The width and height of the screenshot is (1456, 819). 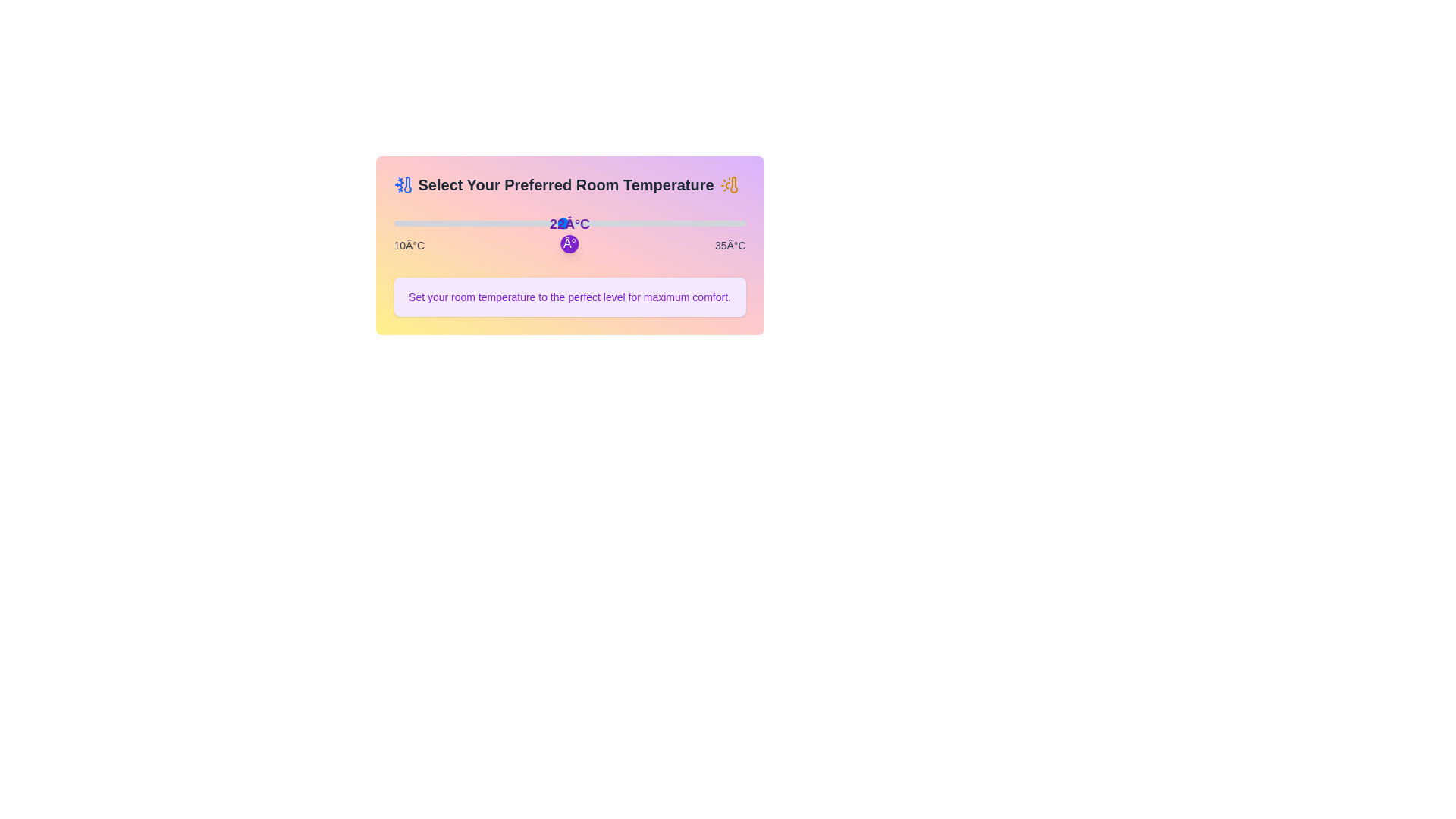 What do you see at coordinates (604, 223) in the screenshot?
I see `the temperature to 25°C by dragging the slider` at bounding box center [604, 223].